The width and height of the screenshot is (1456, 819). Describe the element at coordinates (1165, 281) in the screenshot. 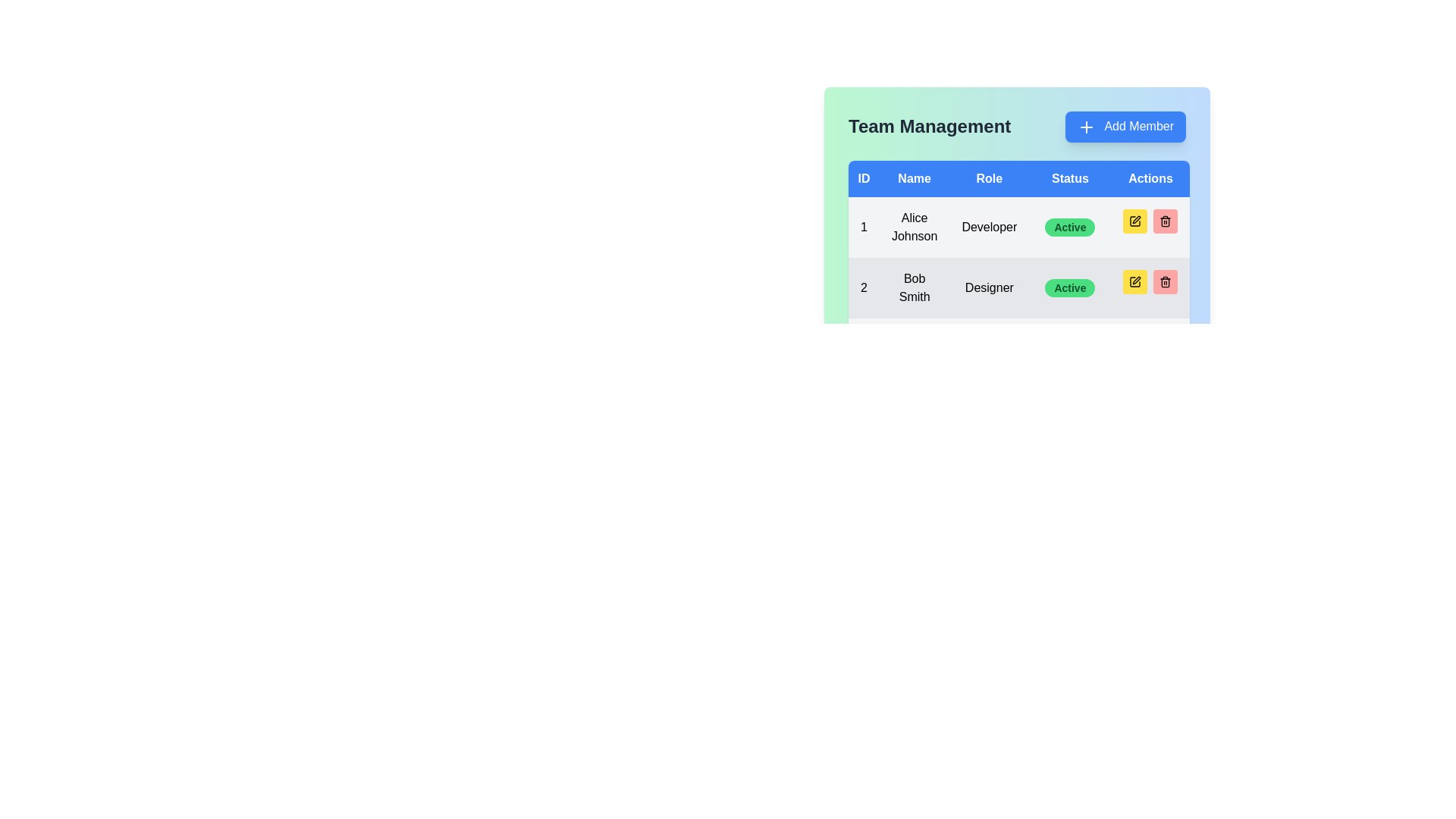

I see `the small square button with a red background and a black trash can icon located in the 'Actions' column of the table, specifically the third button in the group, for keyboard navigation` at that location.